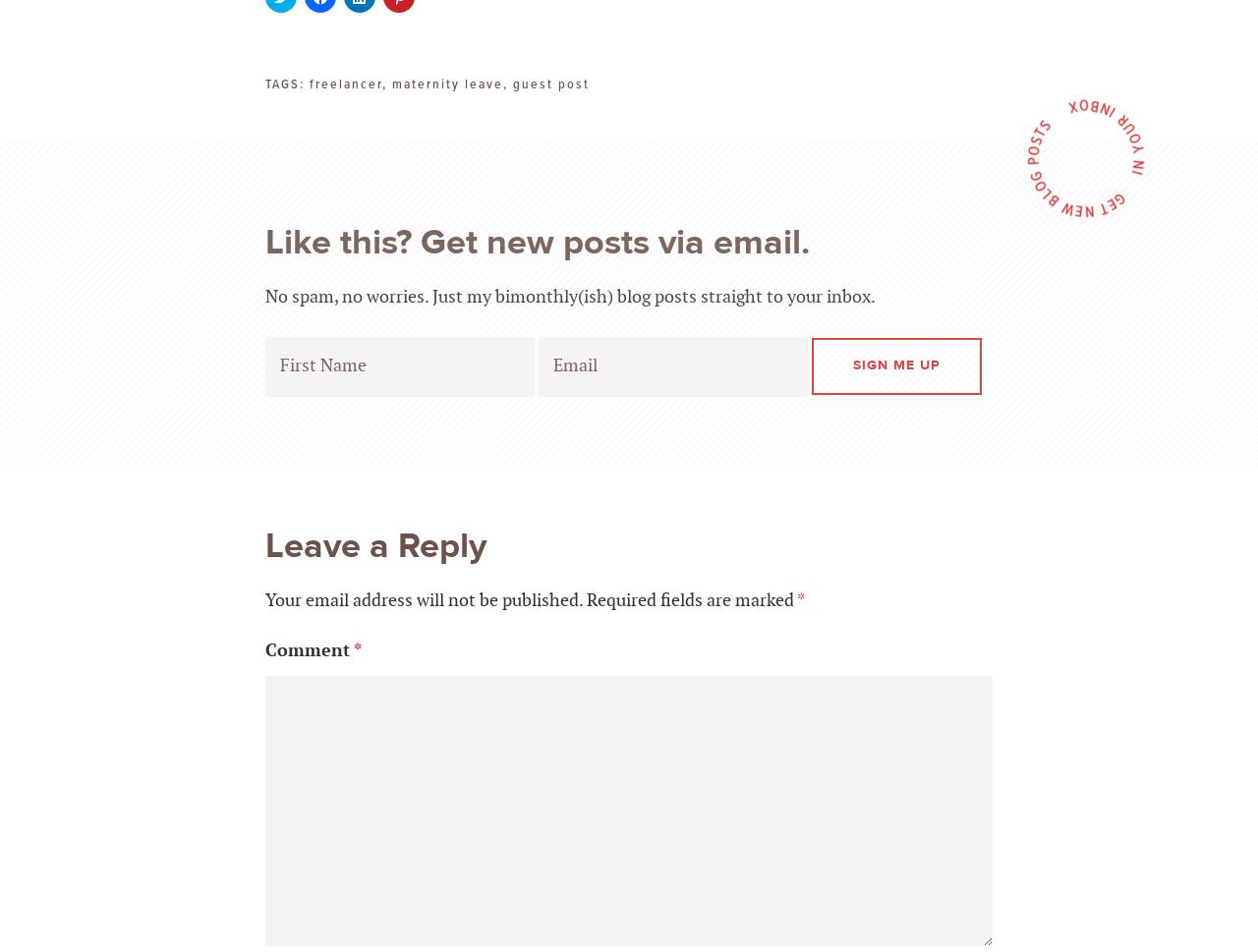 This screenshot has height=952, width=1258. Describe the element at coordinates (423, 598) in the screenshot. I see `'Your email address will not be published.'` at that location.